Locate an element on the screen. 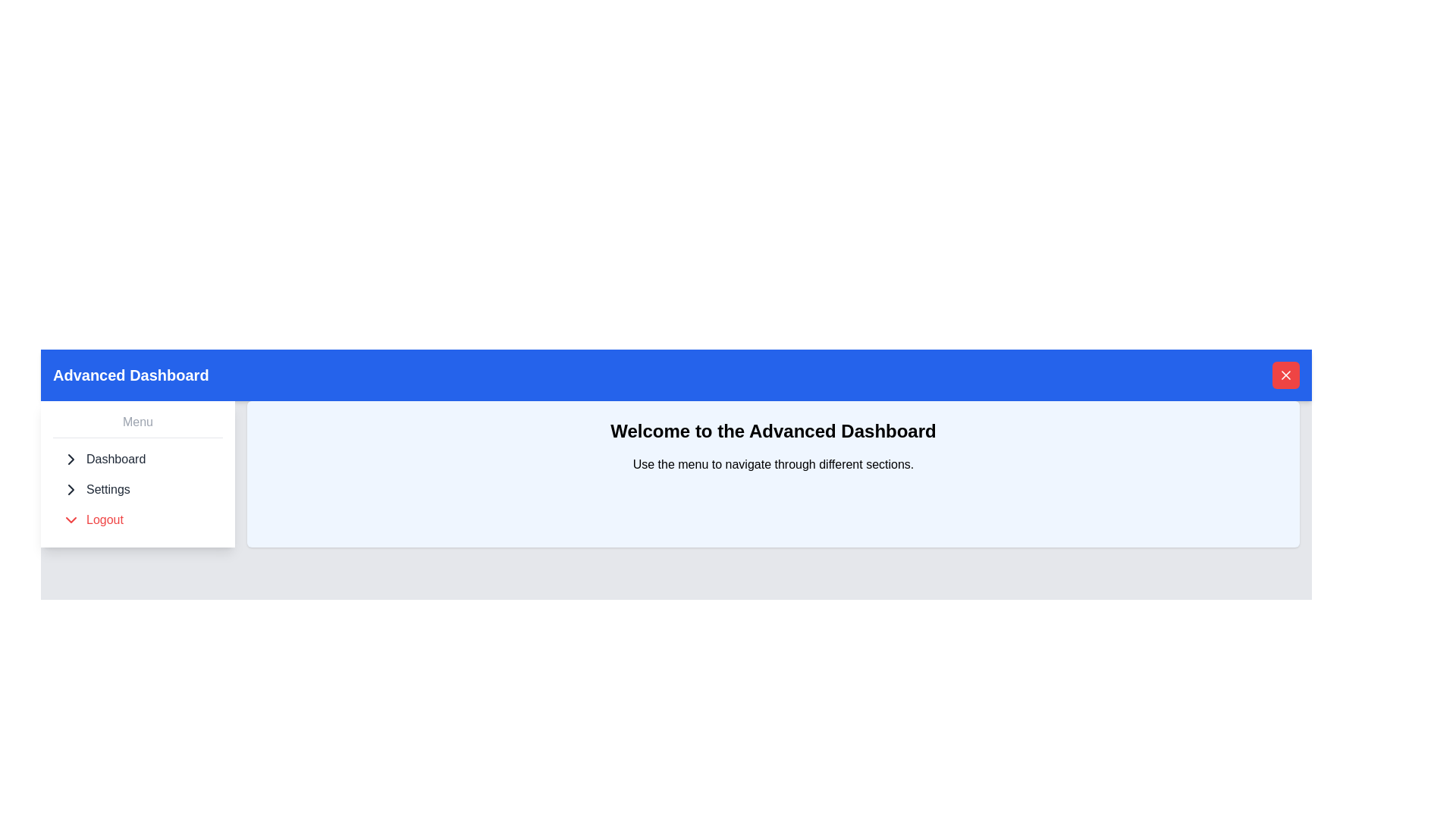 The height and width of the screenshot is (819, 1456). the Header text element, which serves as a welcoming message or title for the dashboard interface, located above the navigation instructions is located at coordinates (773, 431).